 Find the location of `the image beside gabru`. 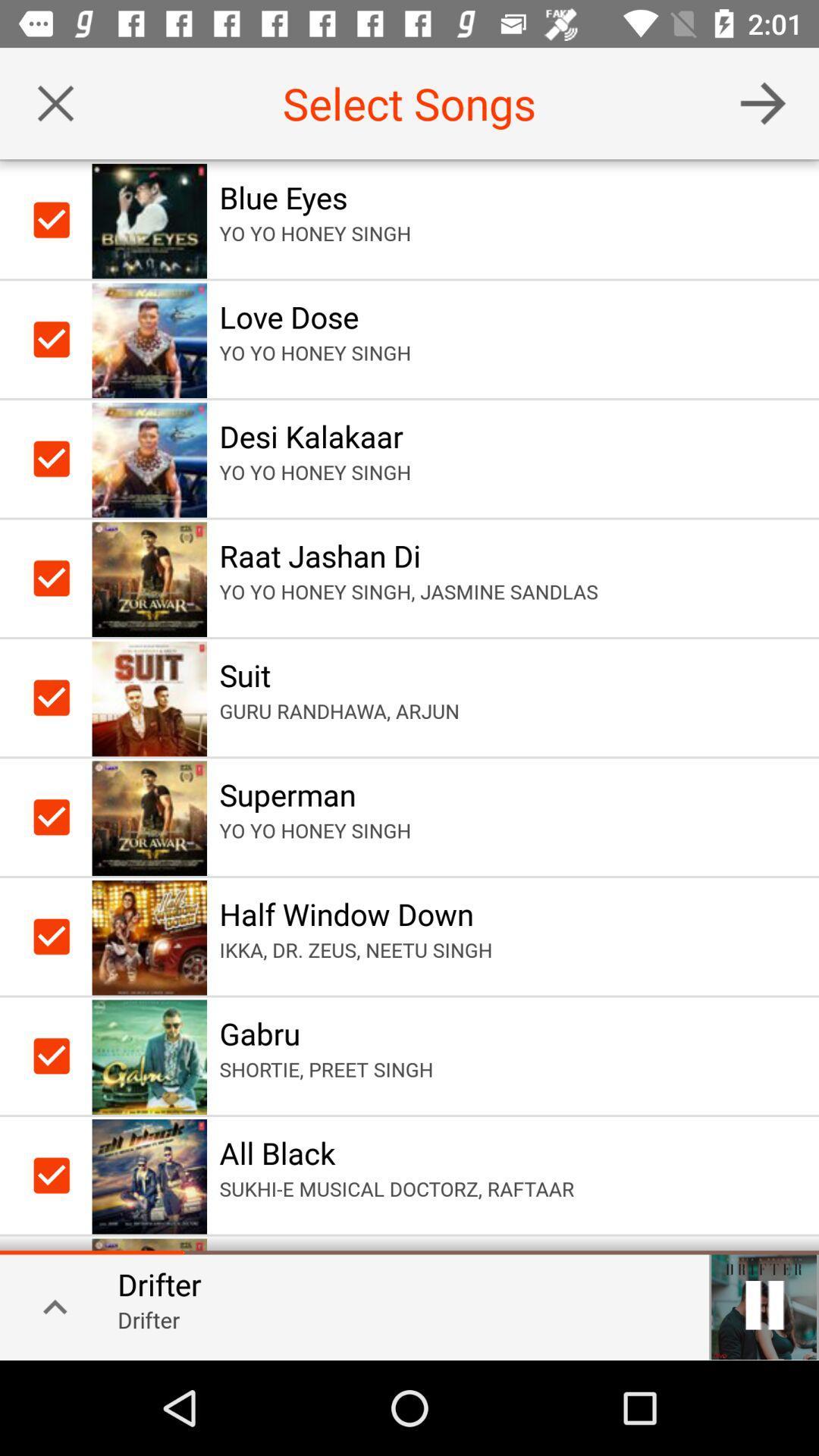

the image beside gabru is located at coordinates (149, 1055).